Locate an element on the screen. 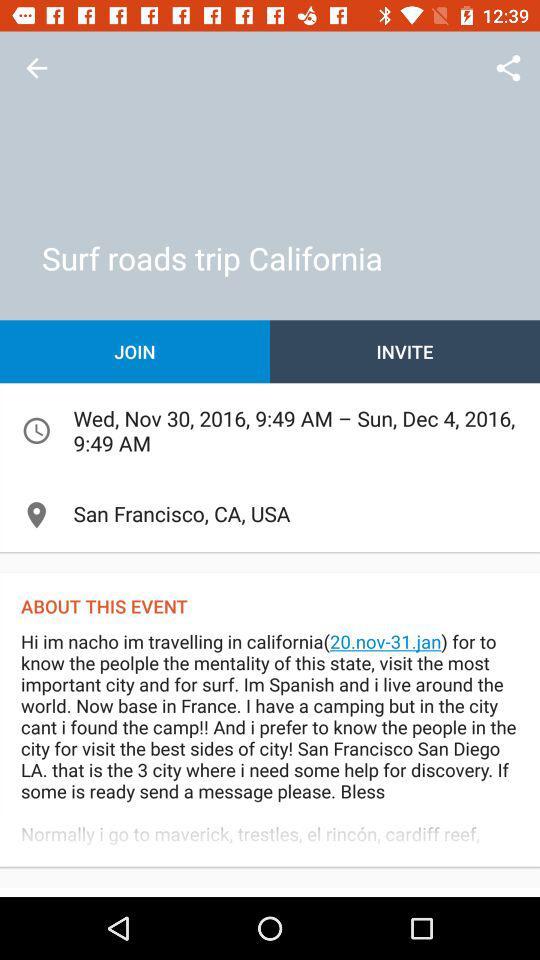  the invite item is located at coordinates (405, 351).